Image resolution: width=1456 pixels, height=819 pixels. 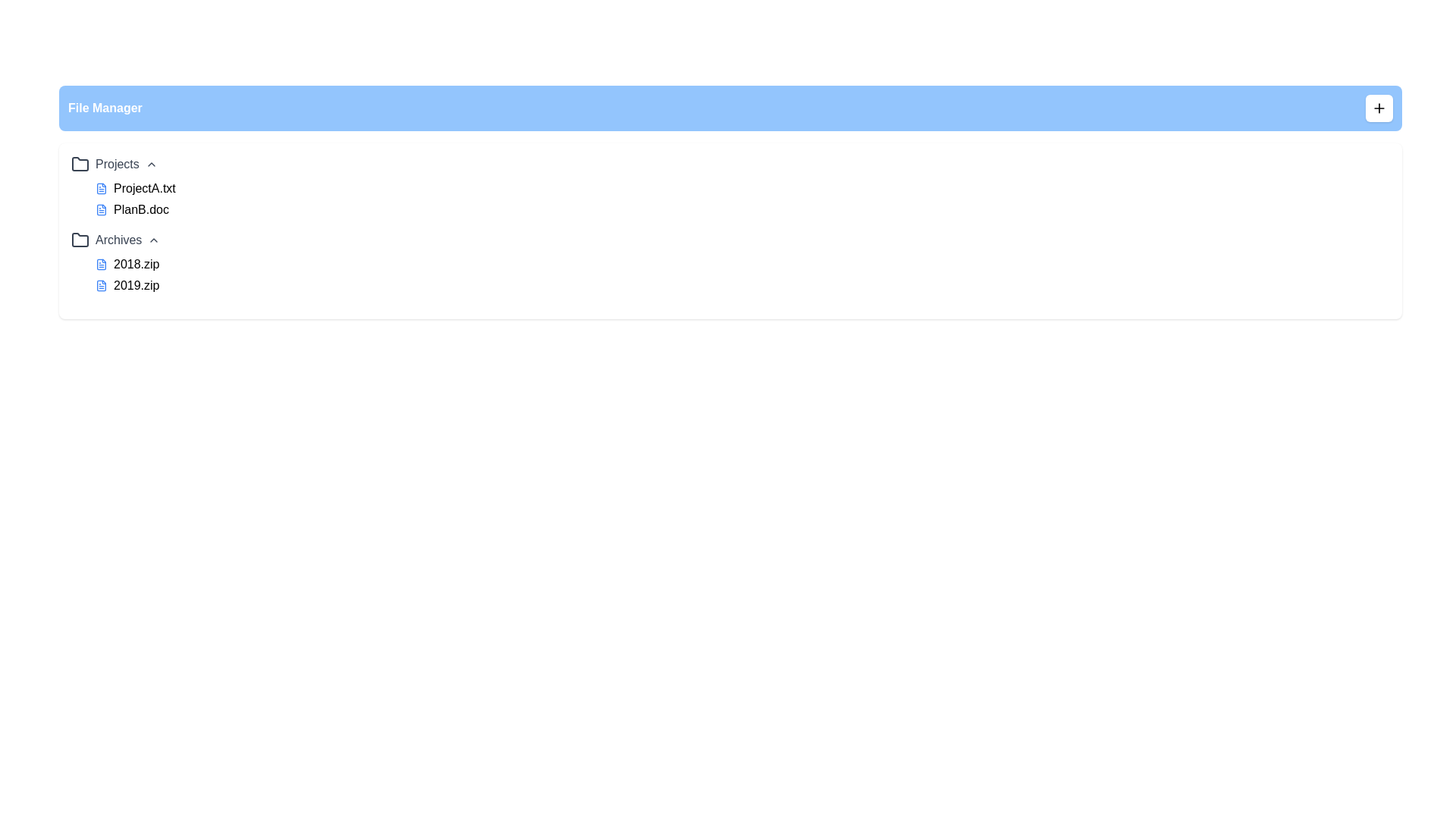 I want to click on the downward-facing chevron-shaped icon located to the right of the 'Archives' label, so click(x=154, y=239).